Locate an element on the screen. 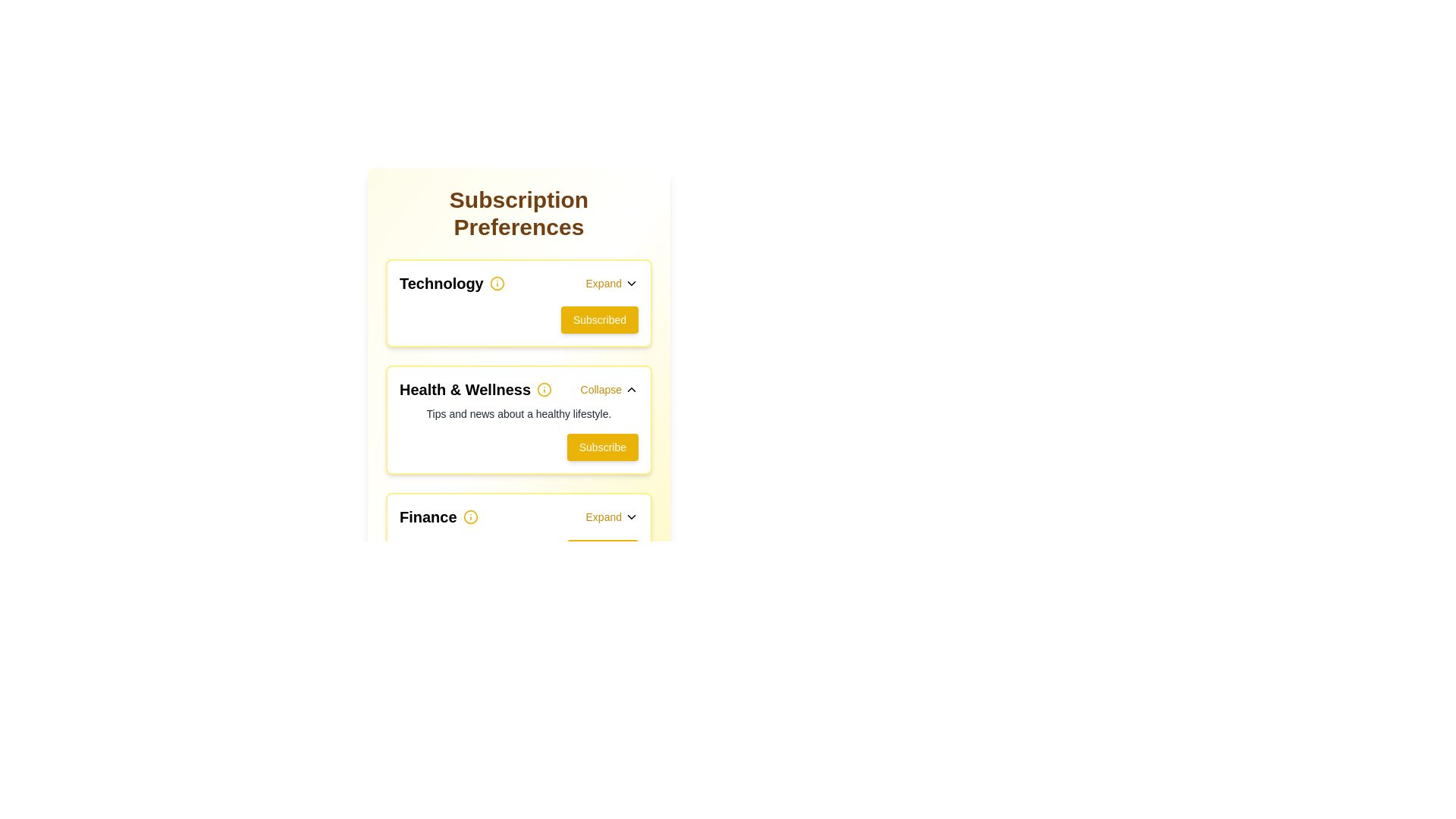  informational indicator icon located in the 'Health & Wellness' section, which is positioned to the right of the section's title and before the collapse toggle, to gather additional details is located at coordinates (544, 388).